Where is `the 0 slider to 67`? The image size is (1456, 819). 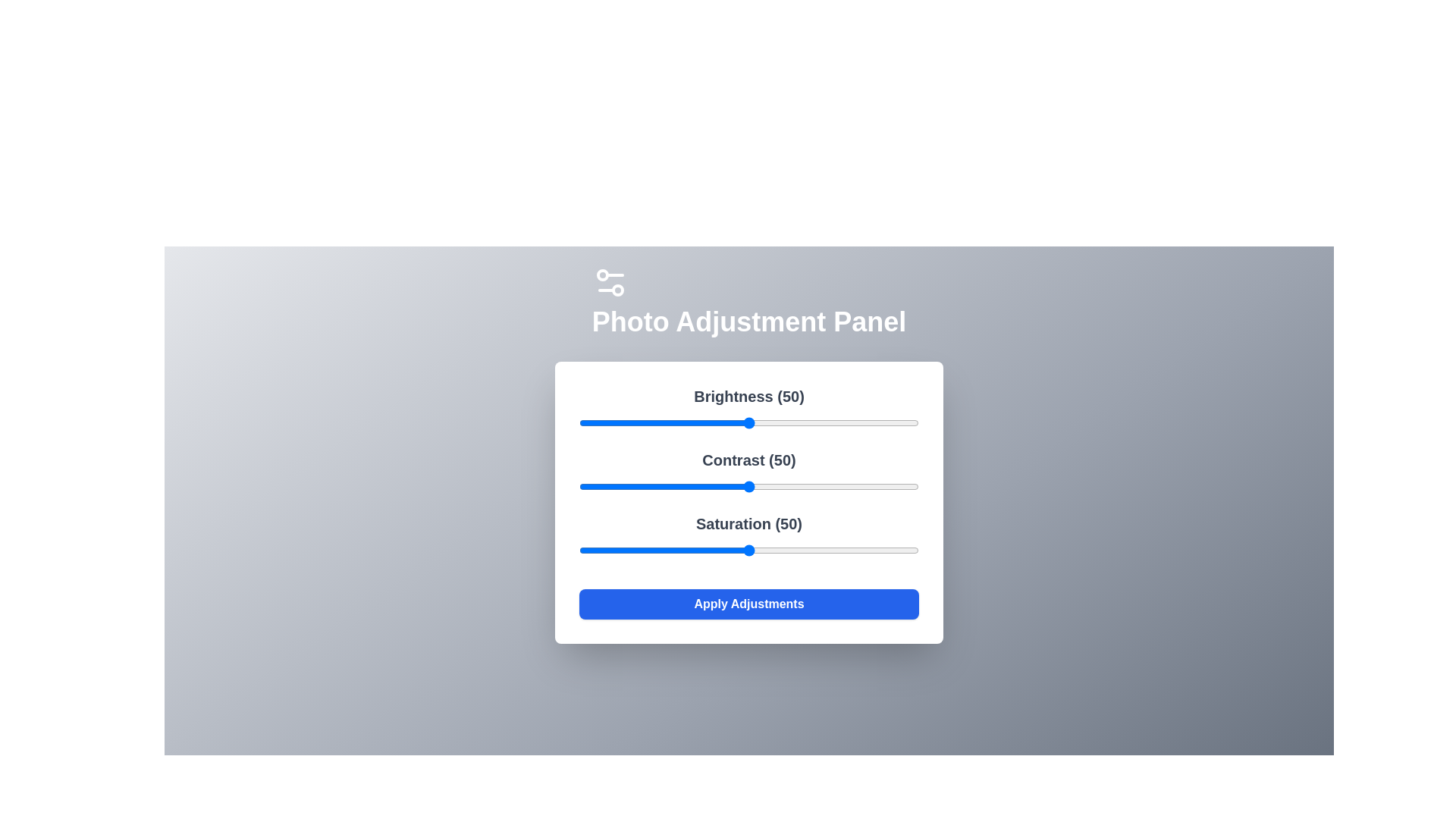
the 0 slider to 67 is located at coordinates (806, 423).